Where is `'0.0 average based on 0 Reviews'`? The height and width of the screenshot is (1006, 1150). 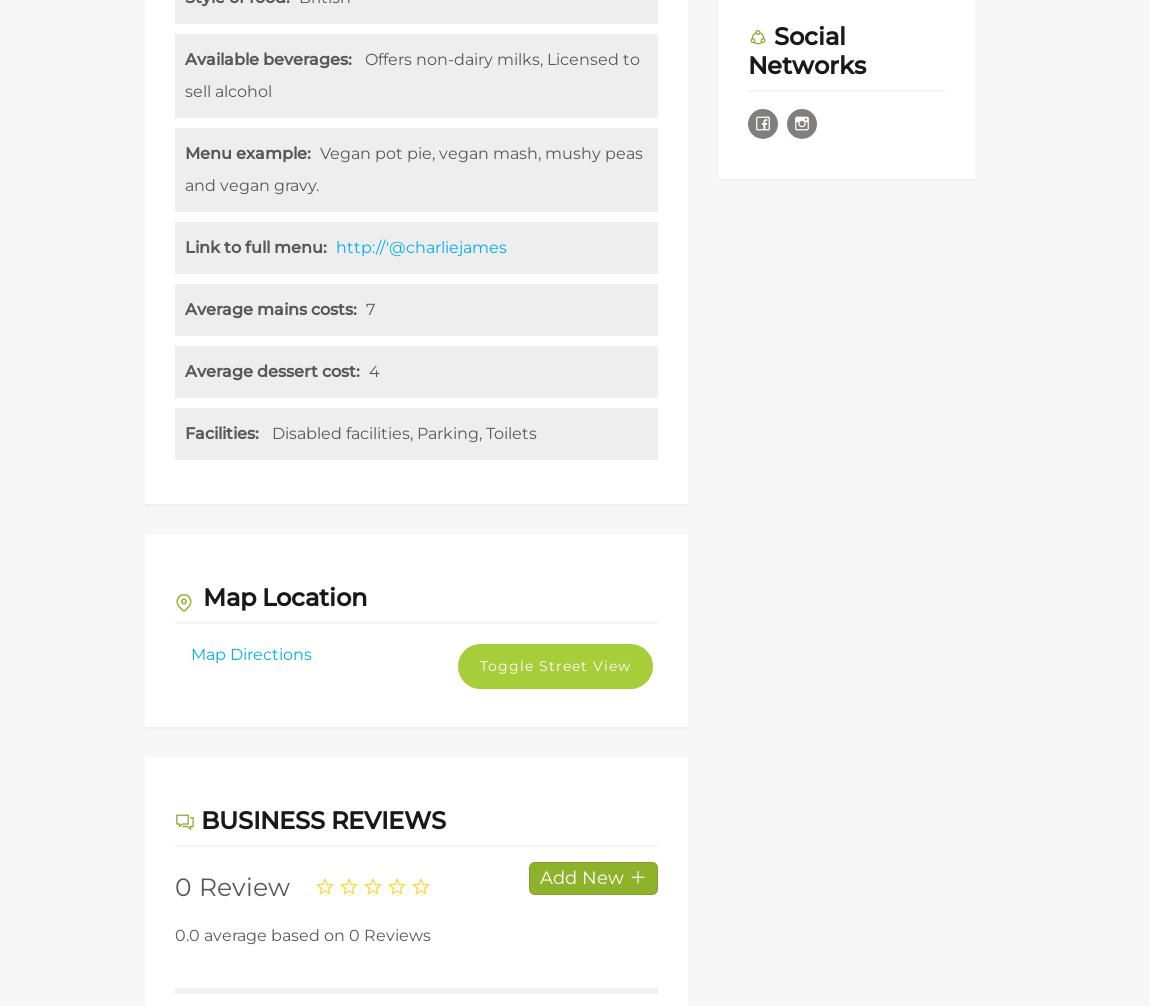 '0.0 average based on 0 Reviews' is located at coordinates (303, 934).